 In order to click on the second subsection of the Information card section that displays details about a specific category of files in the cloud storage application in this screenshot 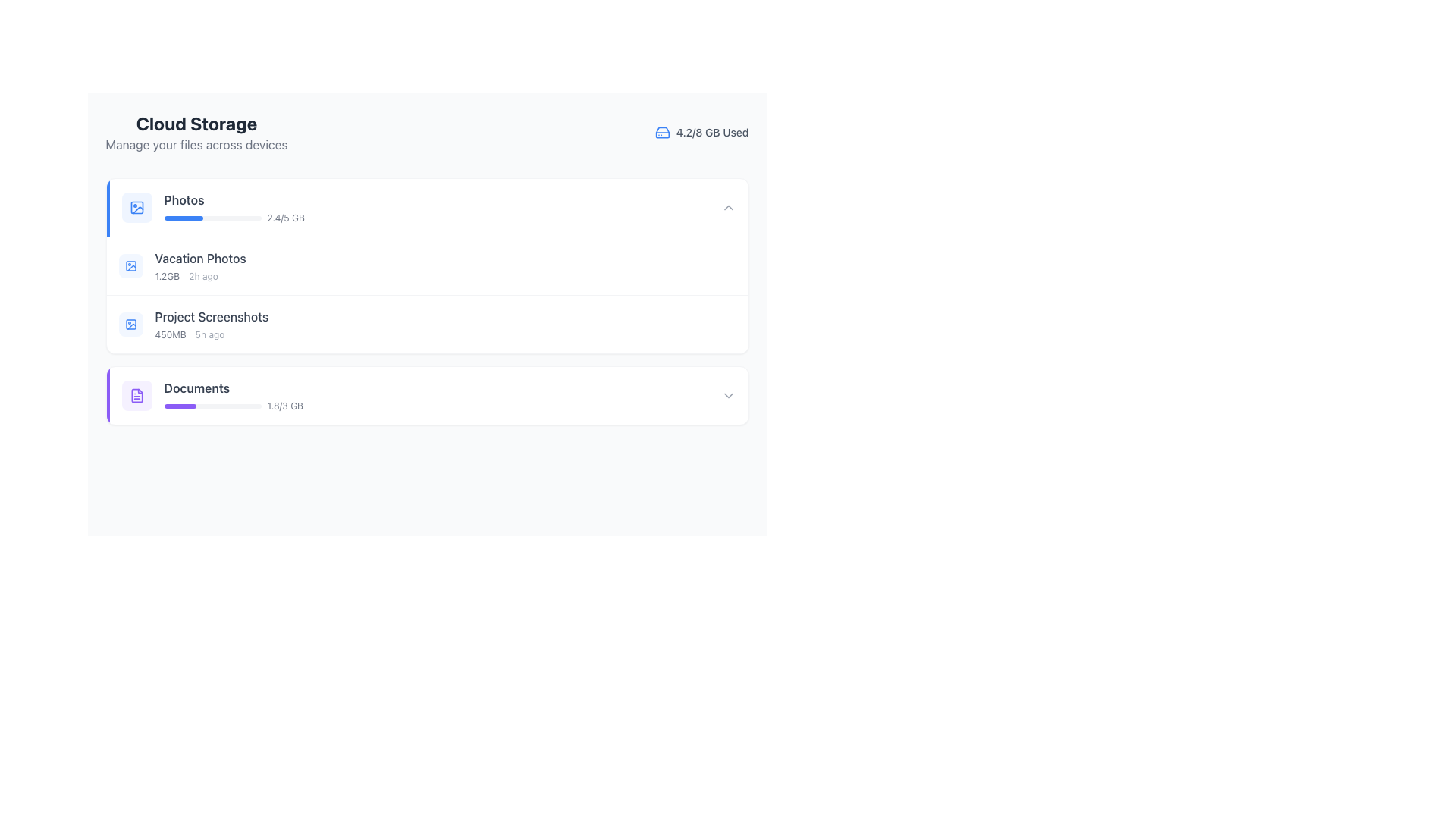, I will do `click(426, 265)`.